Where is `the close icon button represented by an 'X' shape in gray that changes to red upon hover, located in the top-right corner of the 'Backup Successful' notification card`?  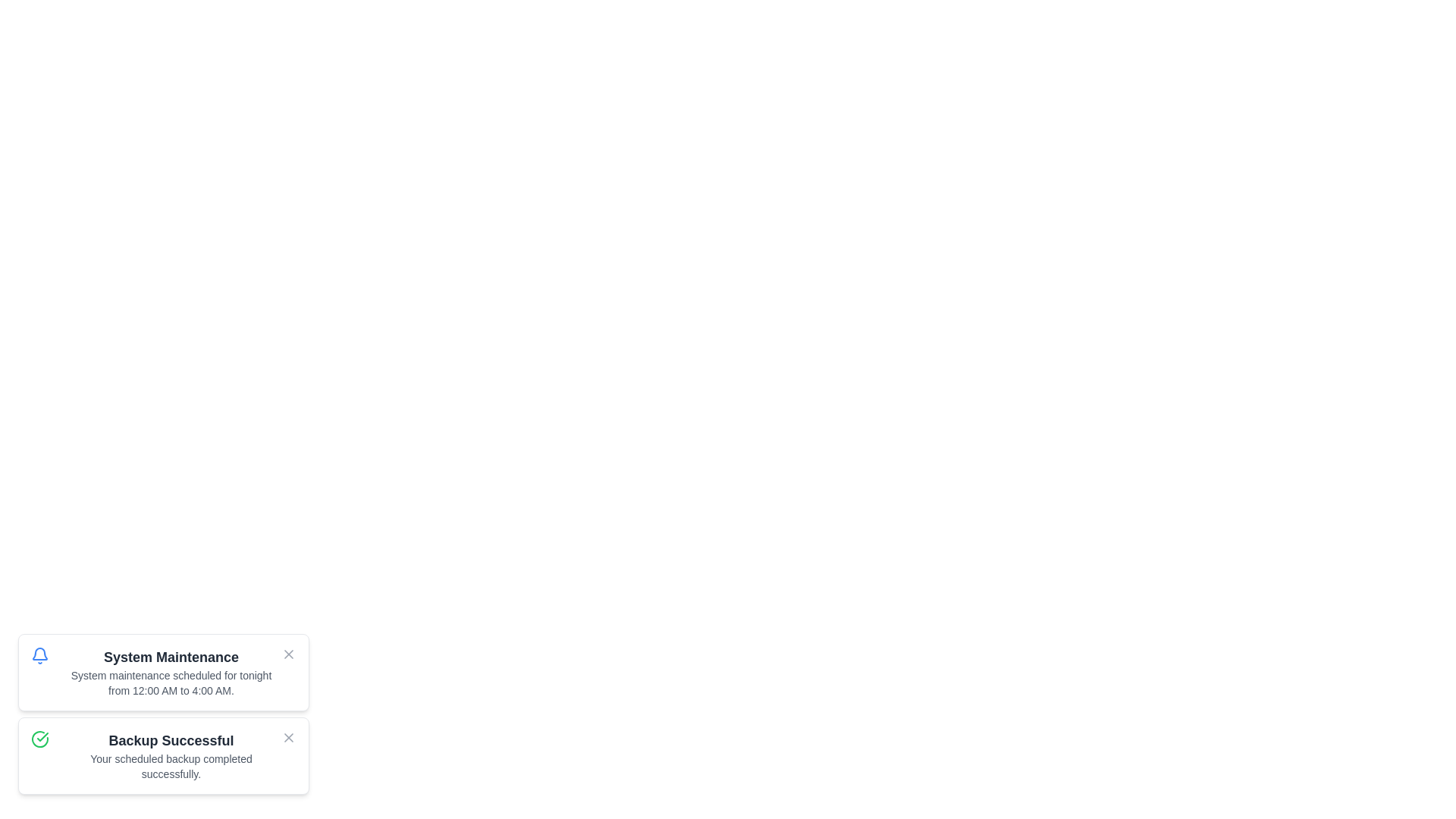
the close icon button represented by an 'X' shape in gray that changes to red upon hover, located in the top-right corner of the 'Backup Successful' notification card is located at coordinates (288, 736).